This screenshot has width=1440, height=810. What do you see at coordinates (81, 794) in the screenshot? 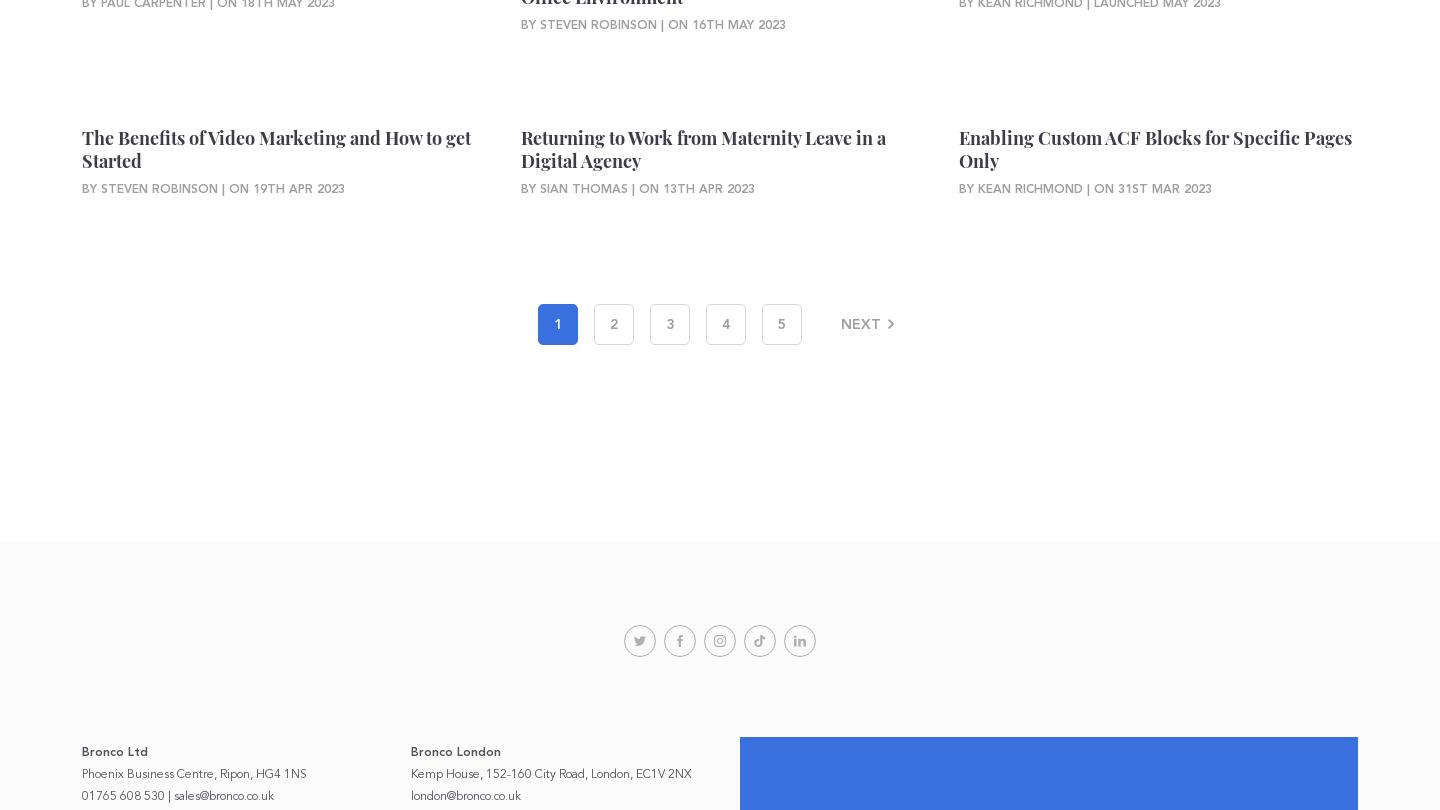
I see `'01765 608 530'` at bounding box center [81, 794].